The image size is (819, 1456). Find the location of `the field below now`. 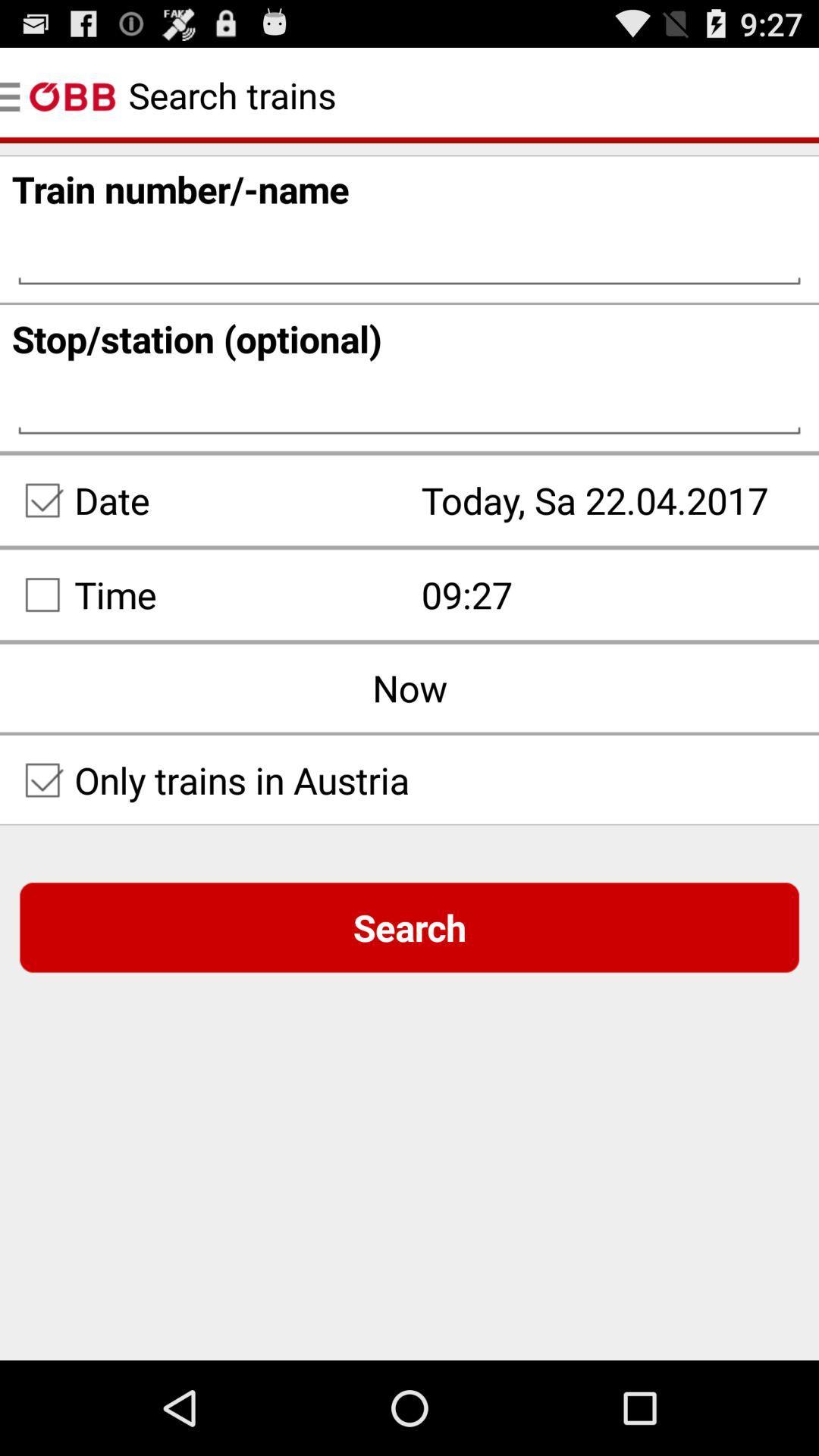

the field below now is located at coordinates (409, 780).